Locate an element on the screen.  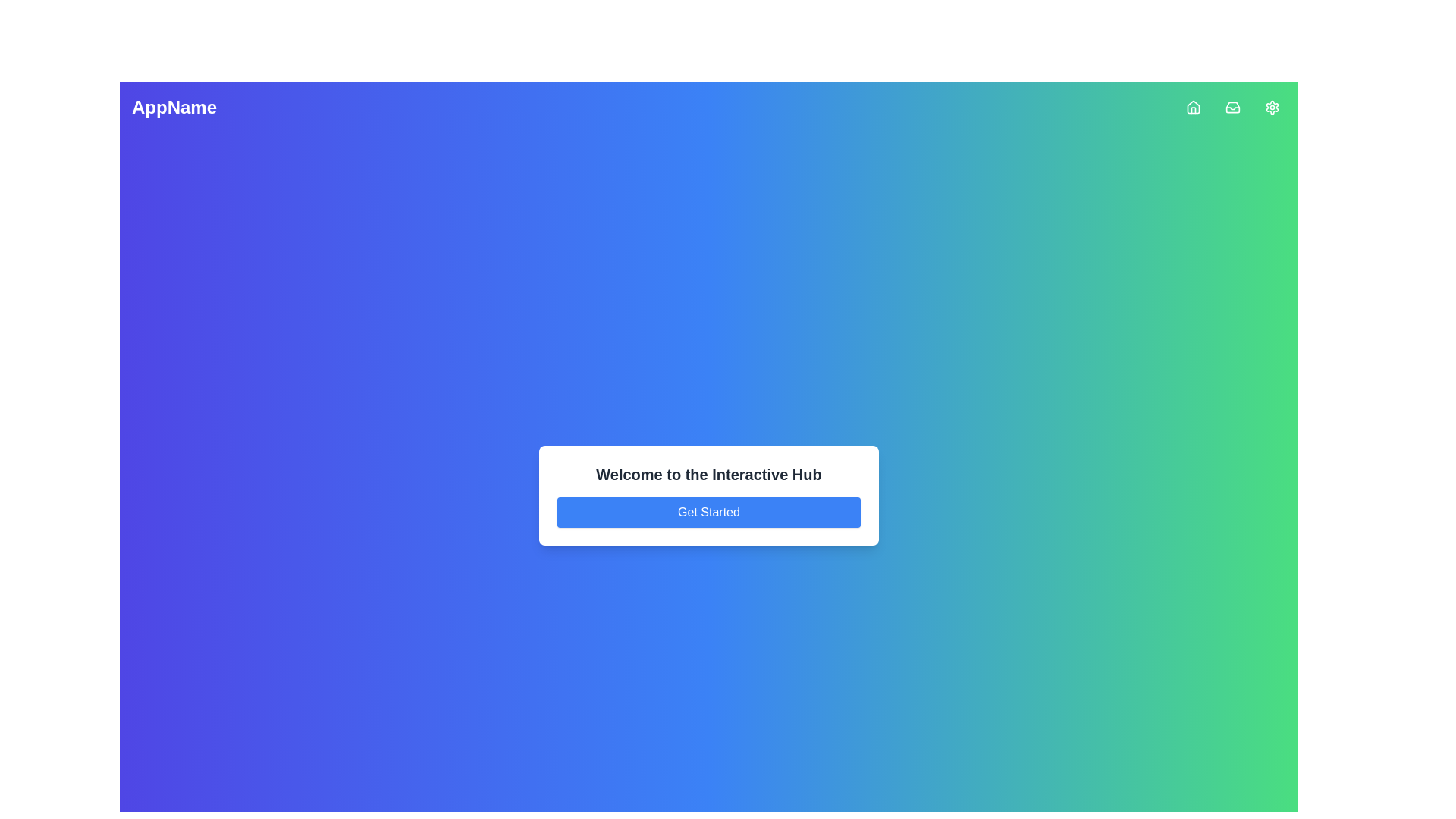
the Icon button located in the top right corner of the interface is located at coordinates (1233, 107).